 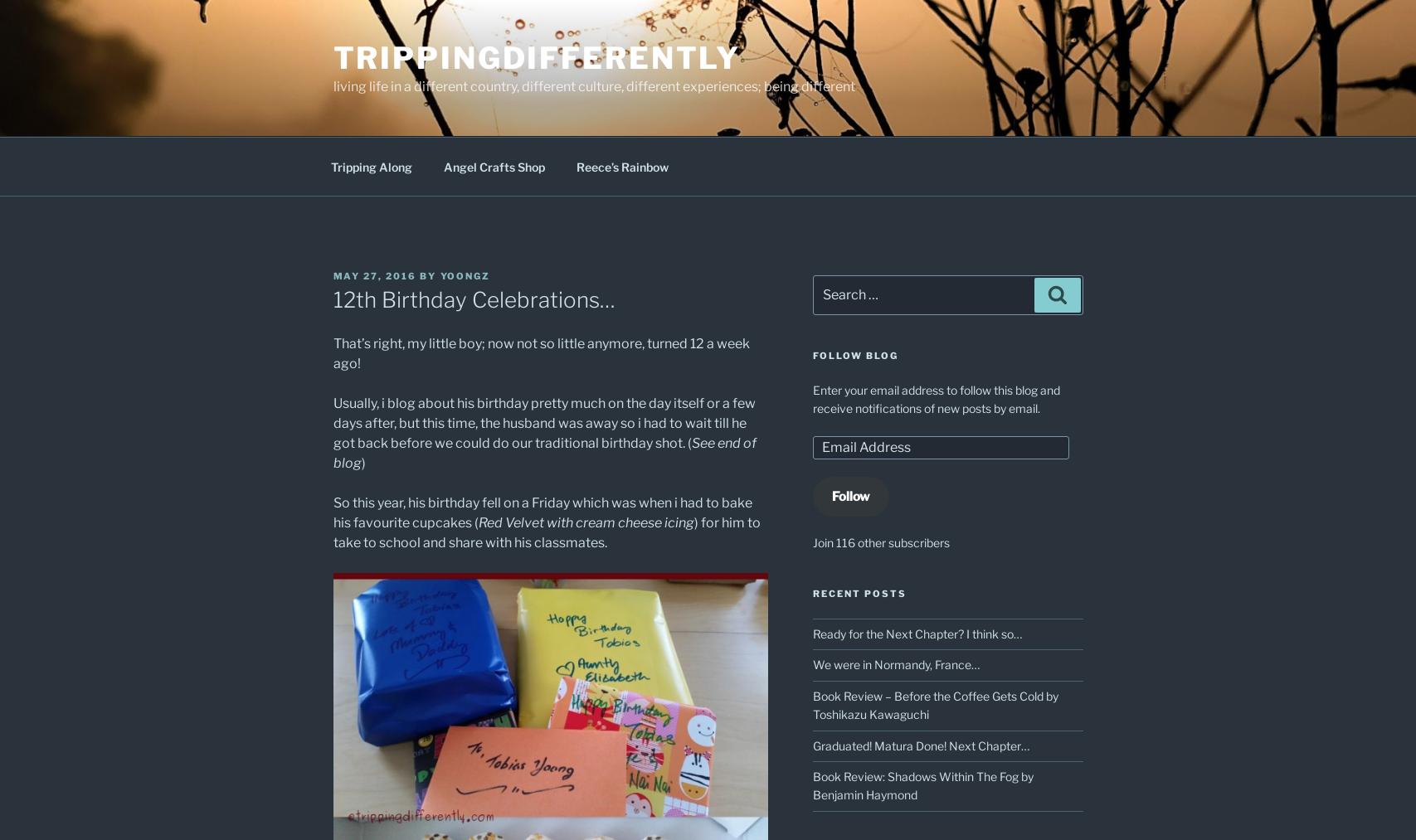 What do you see at coordinates (895, 664) in the screenshot?
I see `'We were in Normandy, France…'` at bounding box center [895, 664].